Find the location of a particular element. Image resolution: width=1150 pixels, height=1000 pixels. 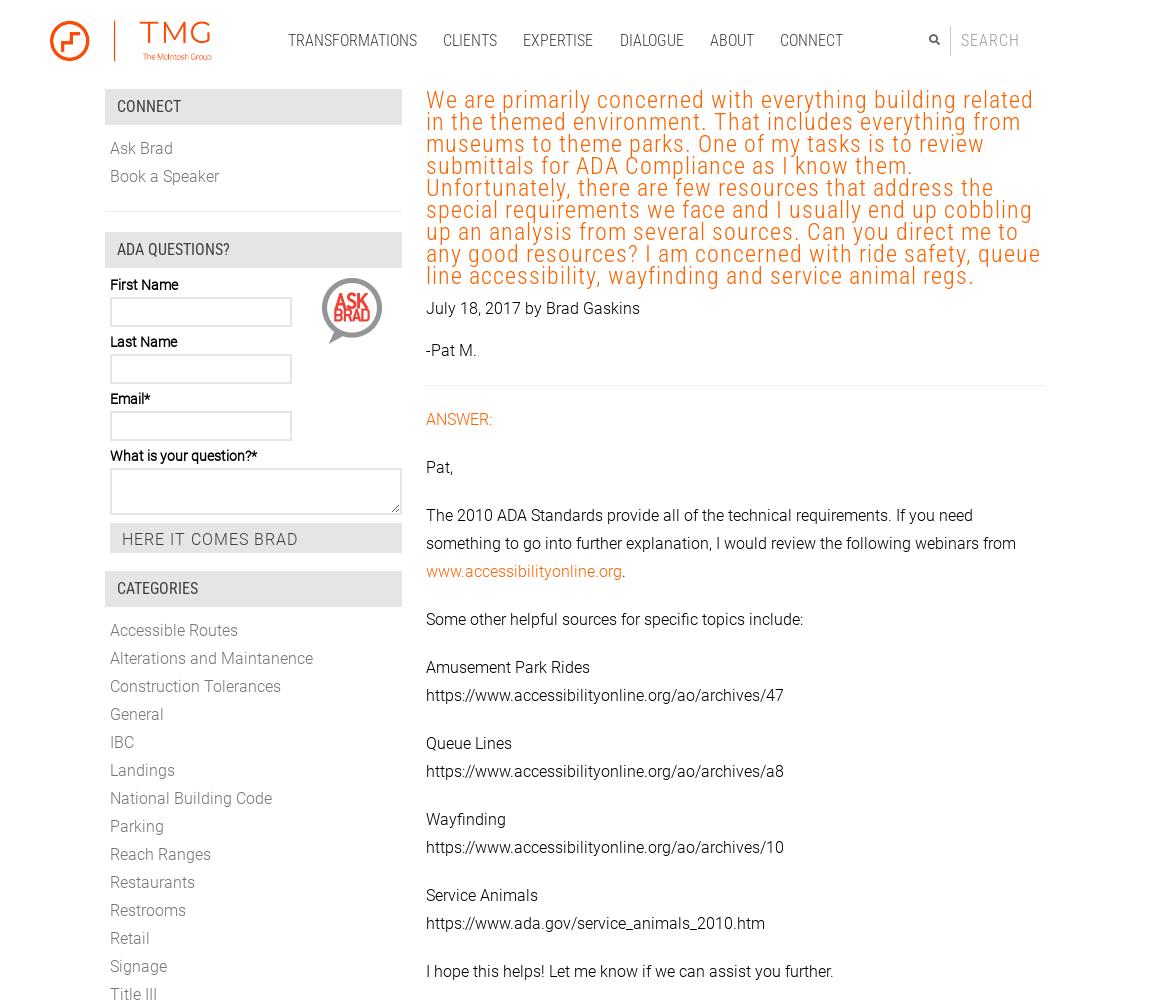

'https://www.ada.gov/service_animals_2010.htm' is located at coordinates (594, 922).